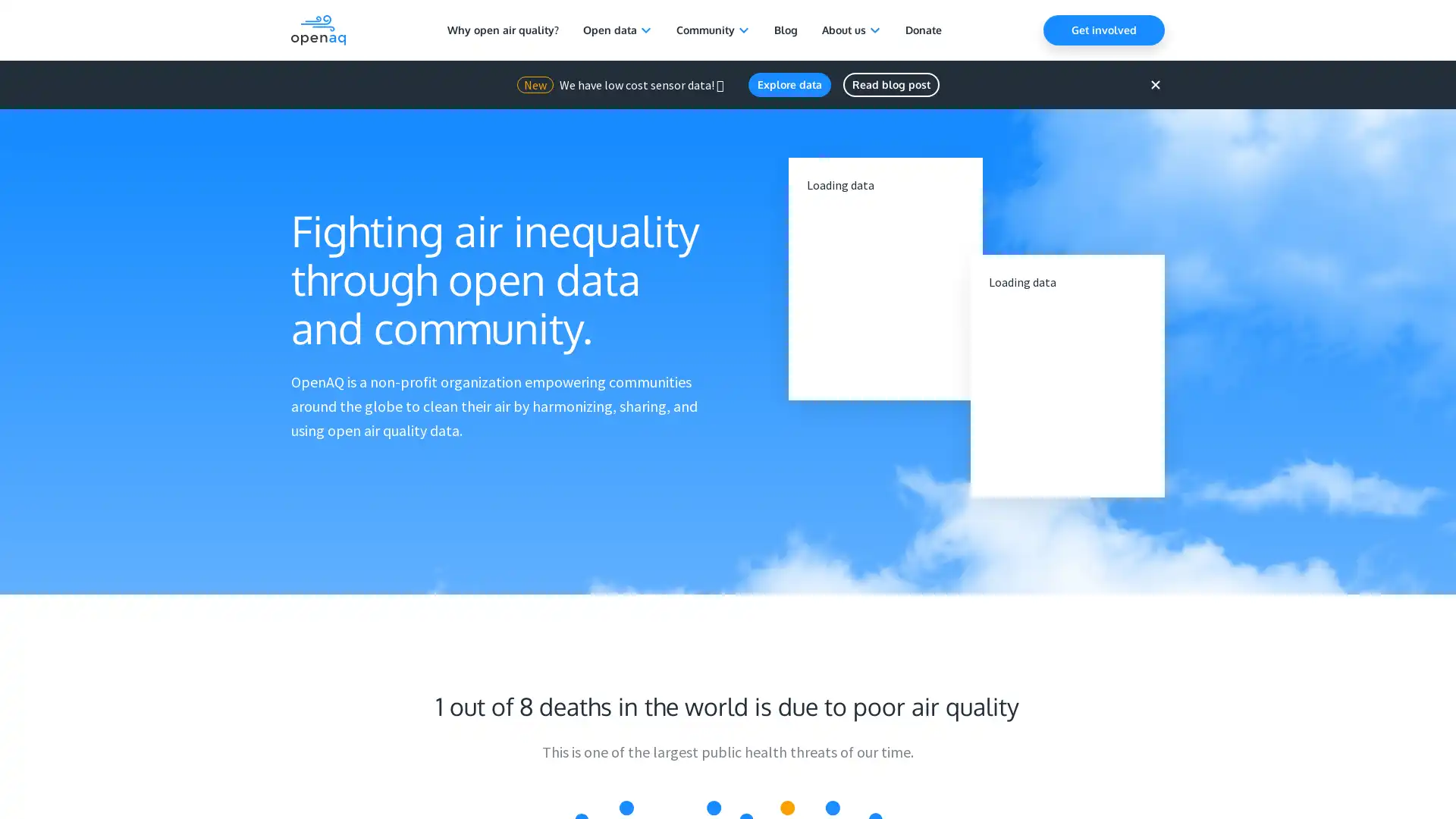  Describe the element at coordinates (1154, 84) in the screenshot. I see `Close` at that location.